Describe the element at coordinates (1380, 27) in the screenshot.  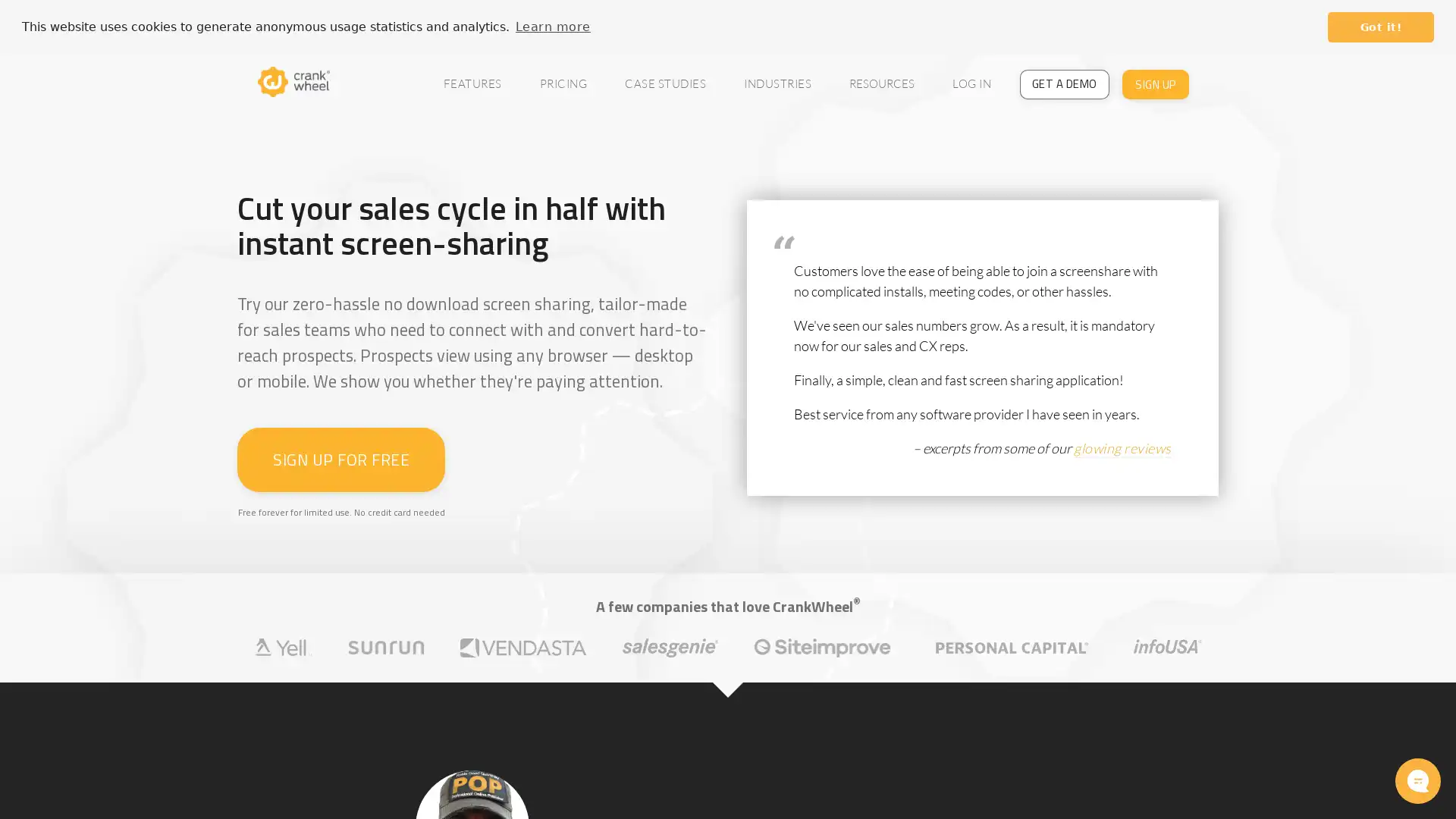
I see `dismiss cookie message` at that location.